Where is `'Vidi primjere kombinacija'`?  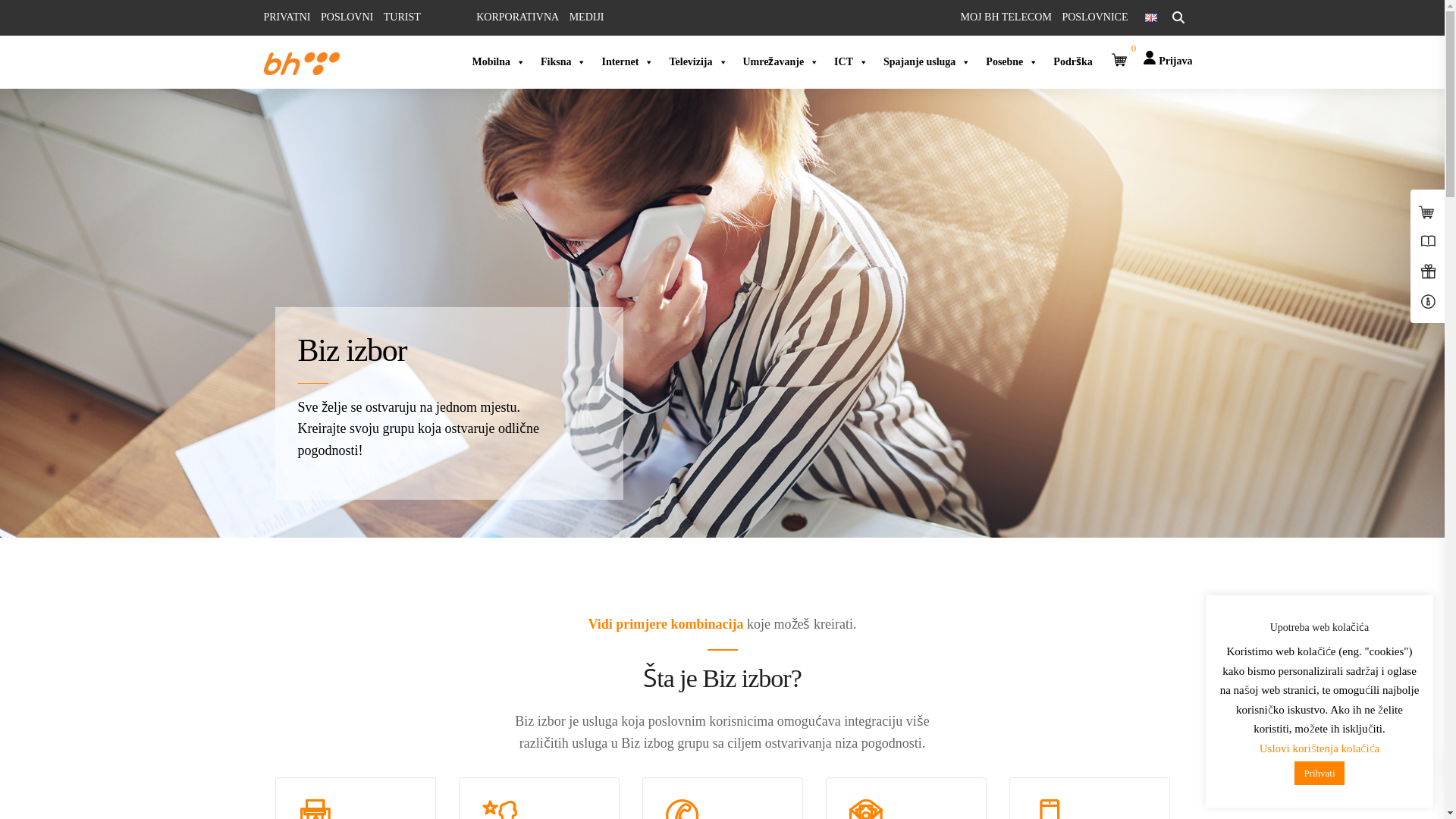
'Vidi primjere kombinacija' is located at coordinates (666, 623).